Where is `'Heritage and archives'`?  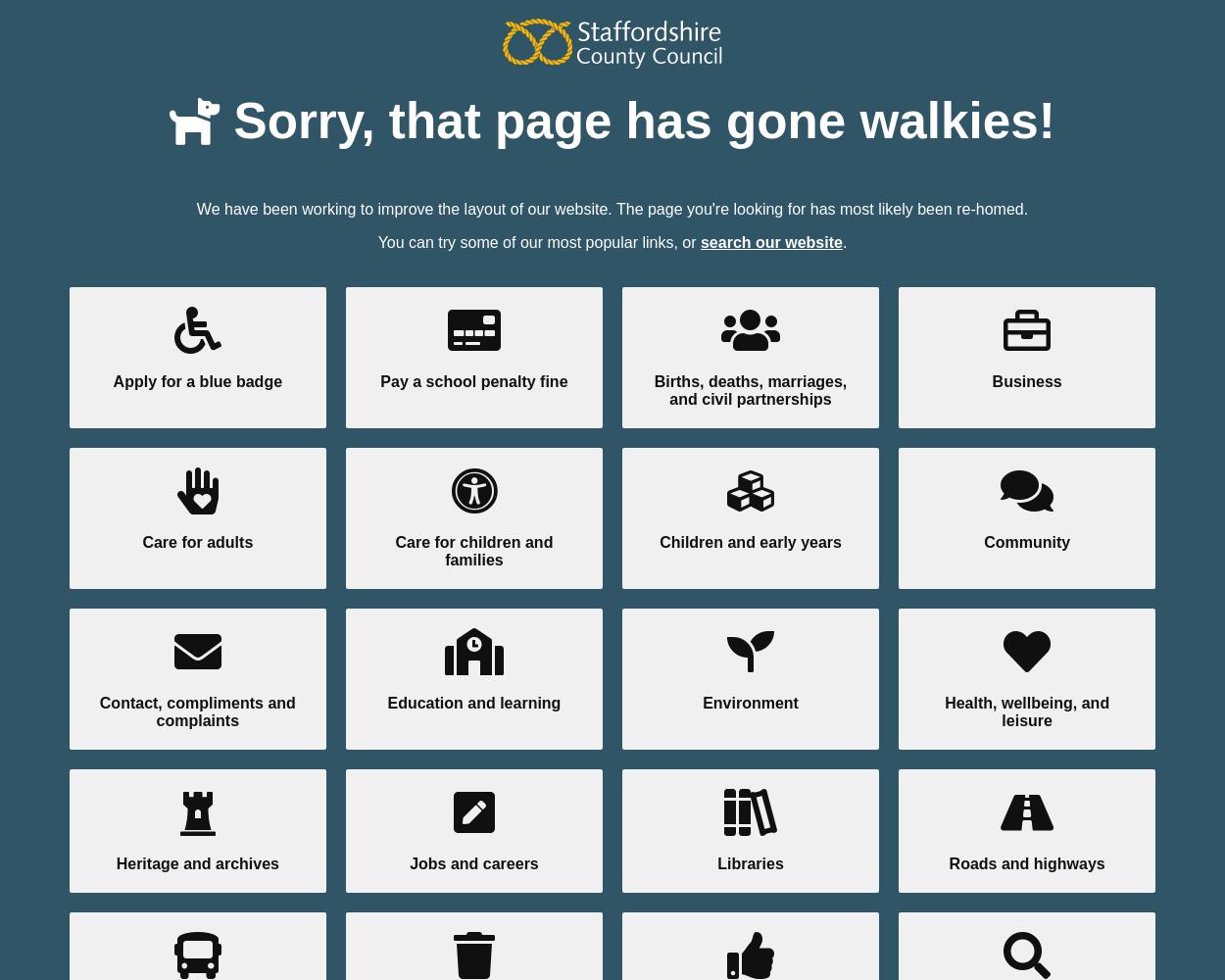 'Heritage and archives' is located at coordinates (196, 862).